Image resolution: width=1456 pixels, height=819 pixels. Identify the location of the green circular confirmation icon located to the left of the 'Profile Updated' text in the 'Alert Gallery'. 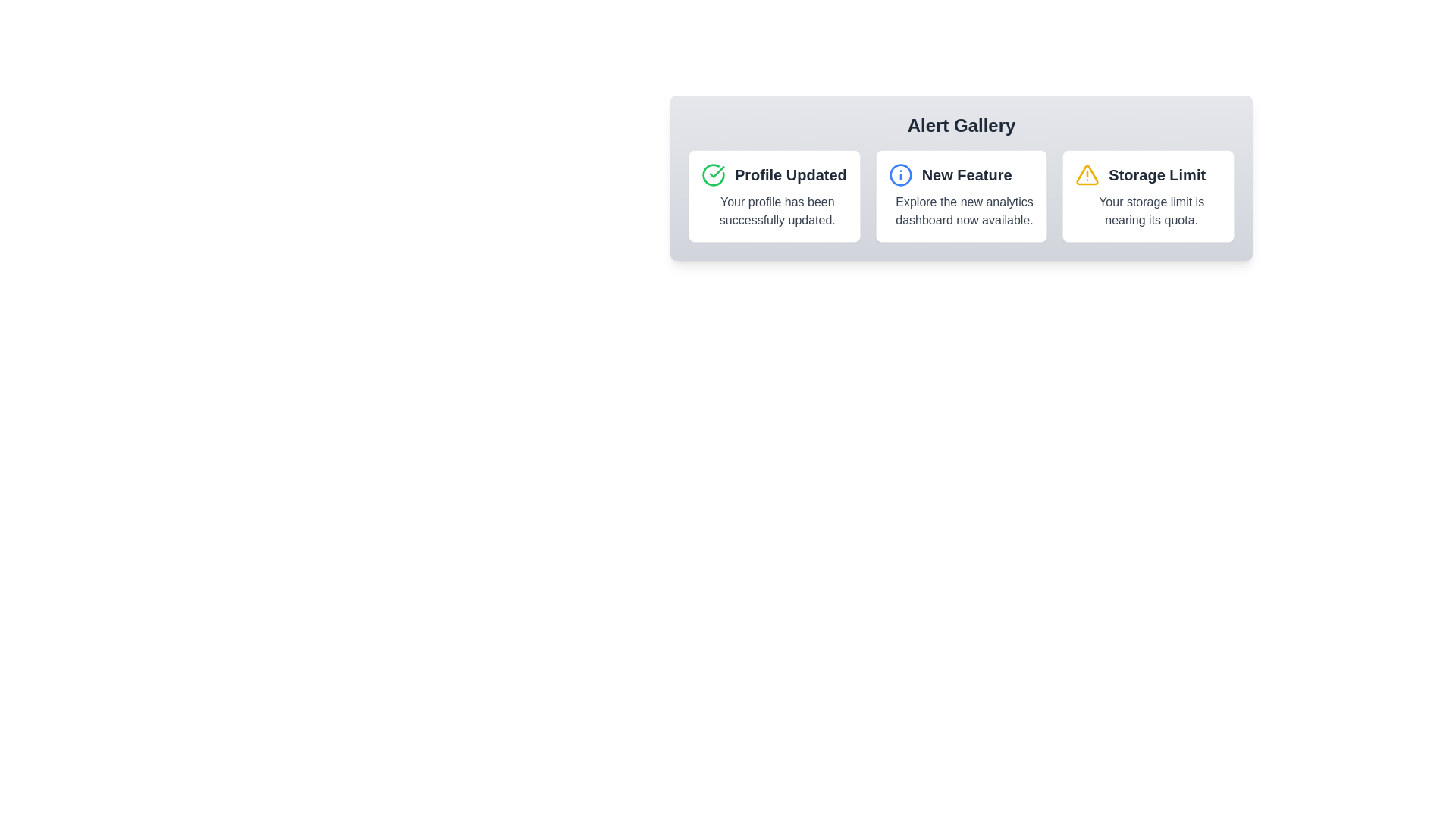
(712, 174).